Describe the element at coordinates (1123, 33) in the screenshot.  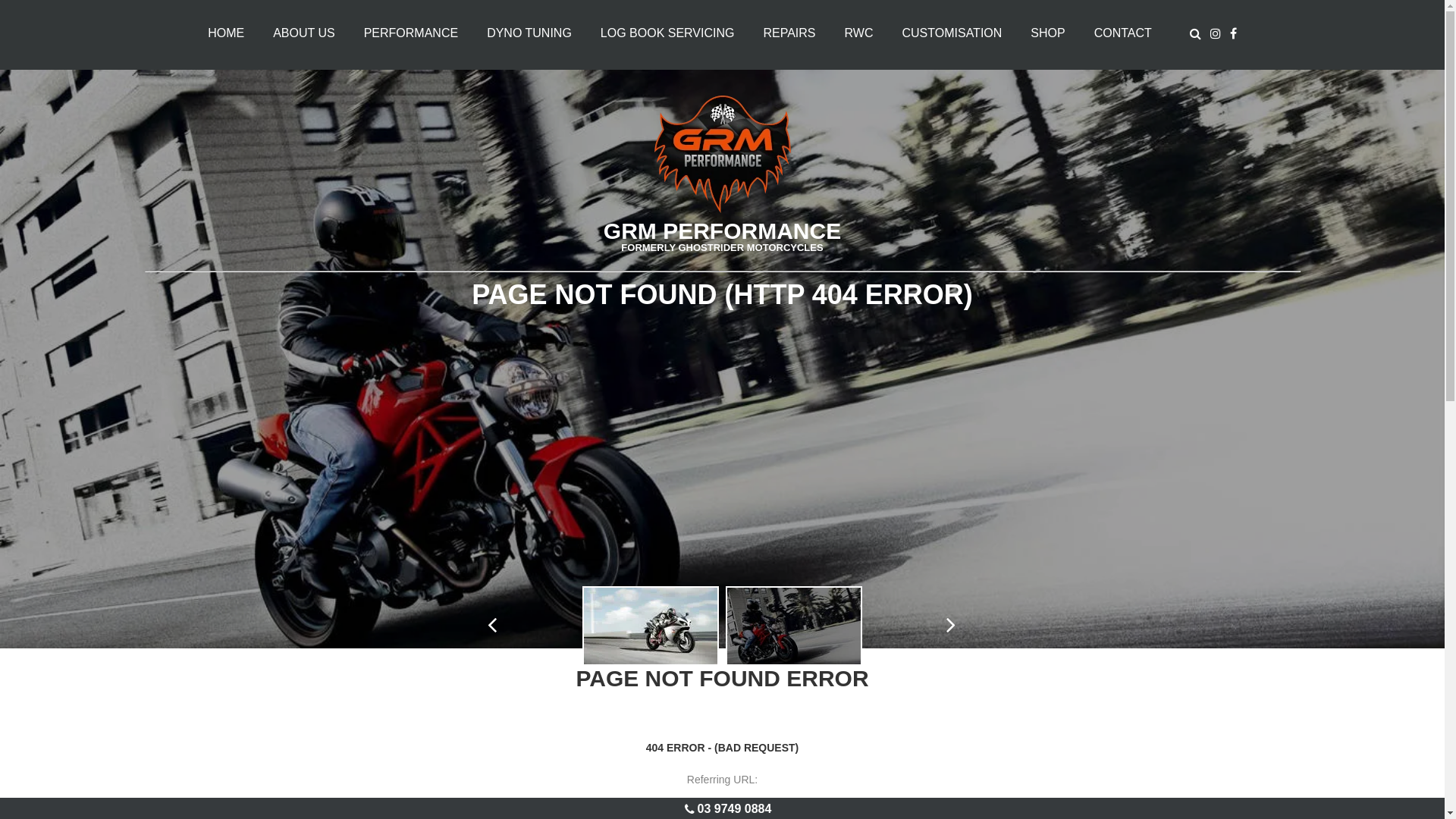
I see `'CONTACT'` at that location.